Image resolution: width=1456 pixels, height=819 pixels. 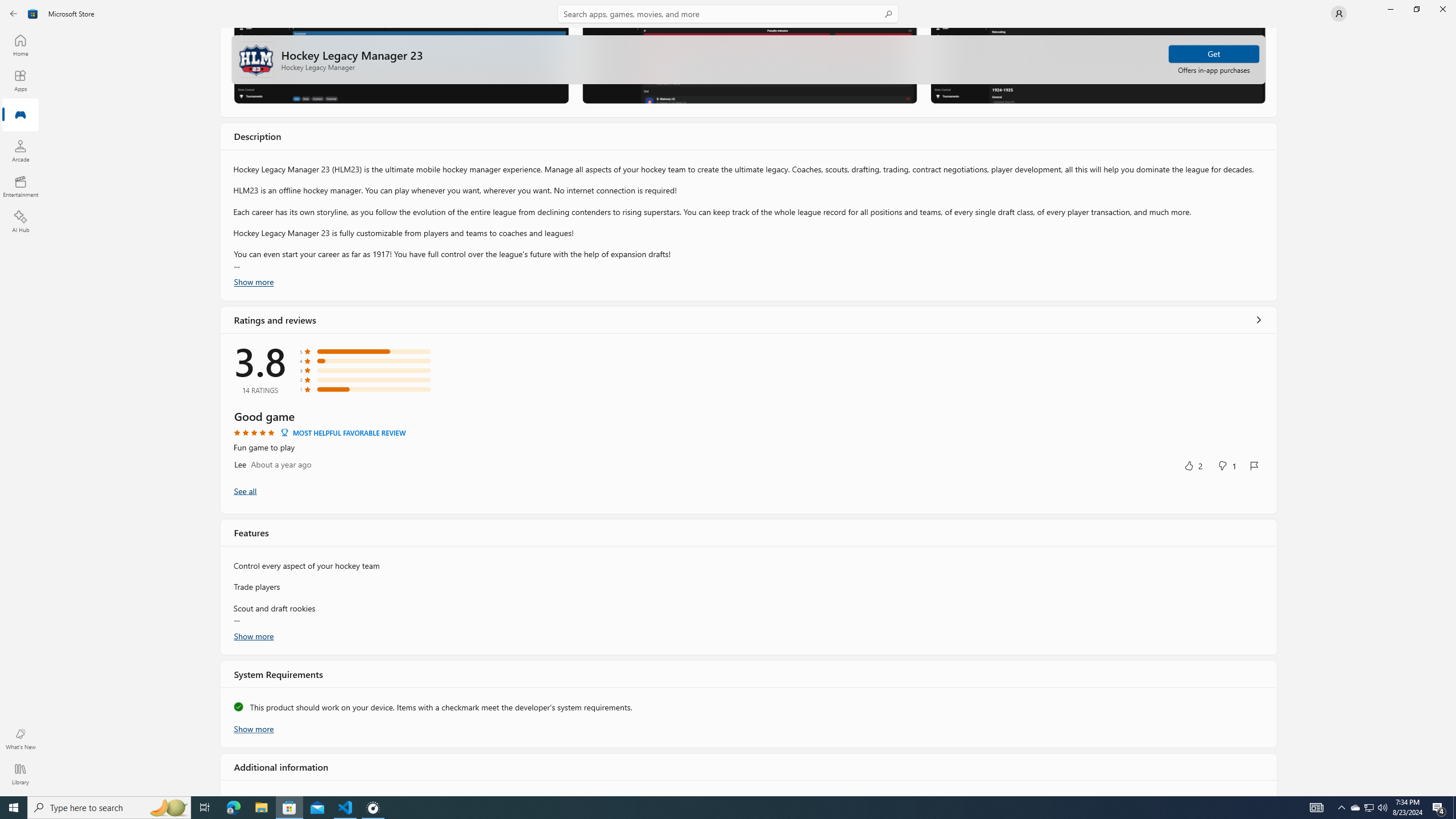 What do you see at coordinates (748, 65) in the screenshot?
I see `'Screenshot 2'` at bounding box center [748, 65].